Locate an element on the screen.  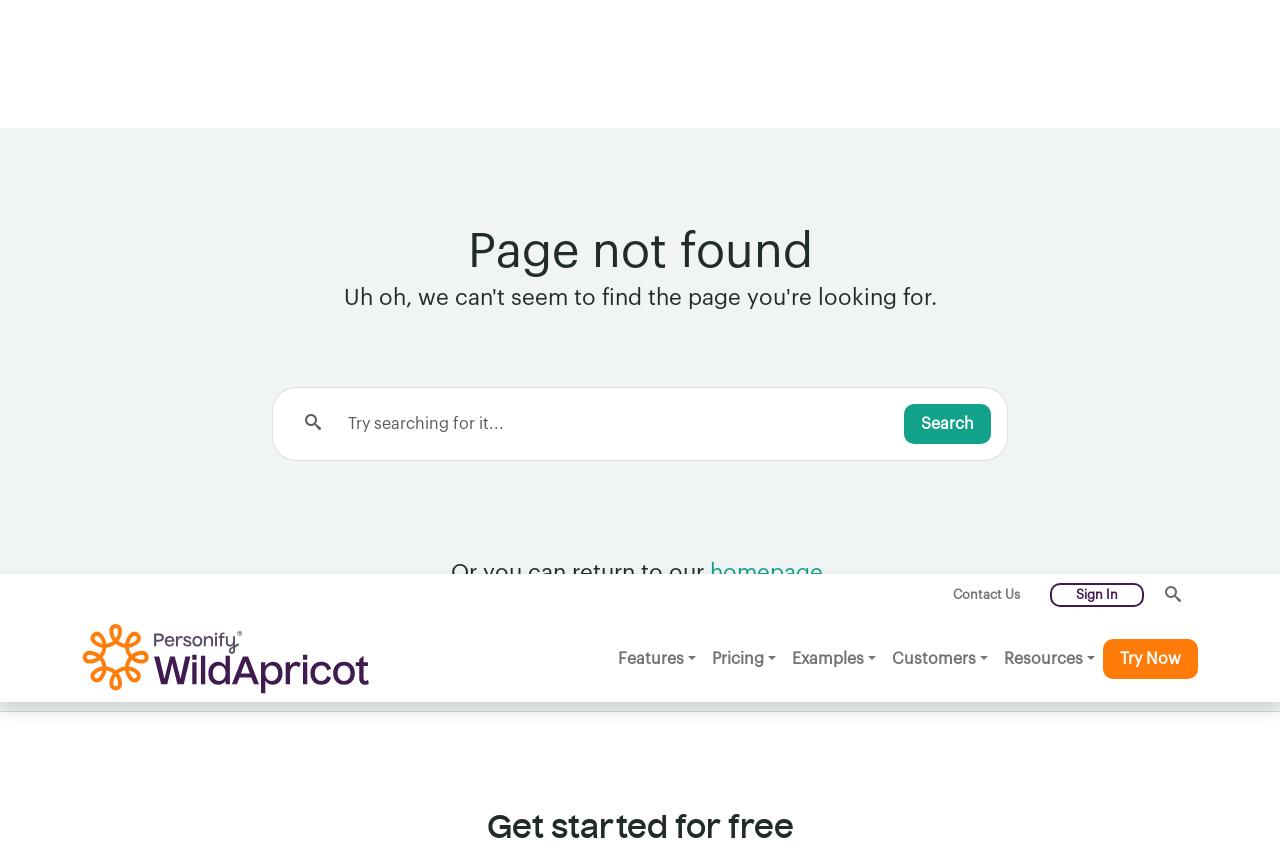
'Security' is located at coordinates (112, 741).